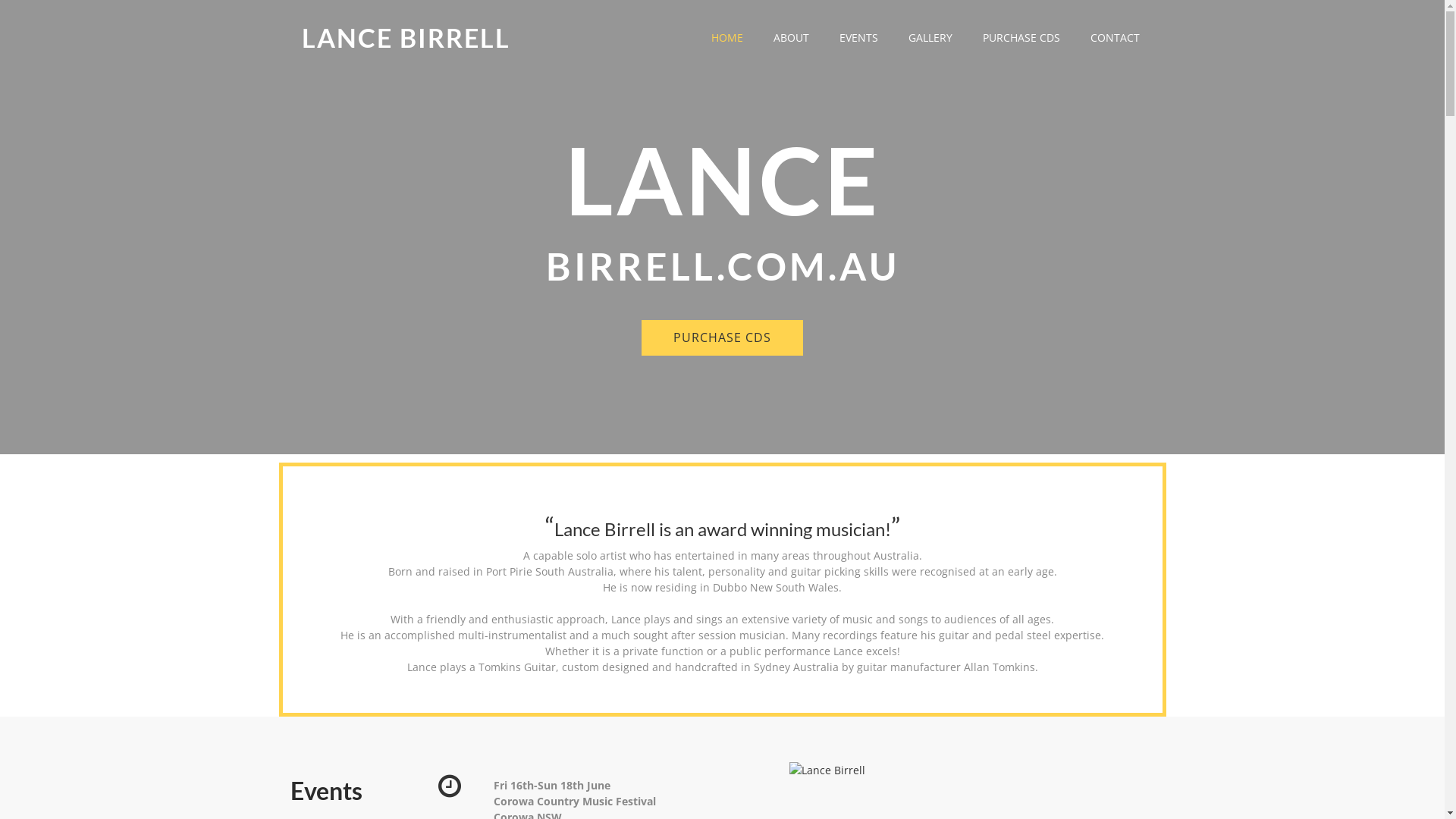 The image size is (1456, 819). I want to click on 'ABOUT', so click(790, 37).